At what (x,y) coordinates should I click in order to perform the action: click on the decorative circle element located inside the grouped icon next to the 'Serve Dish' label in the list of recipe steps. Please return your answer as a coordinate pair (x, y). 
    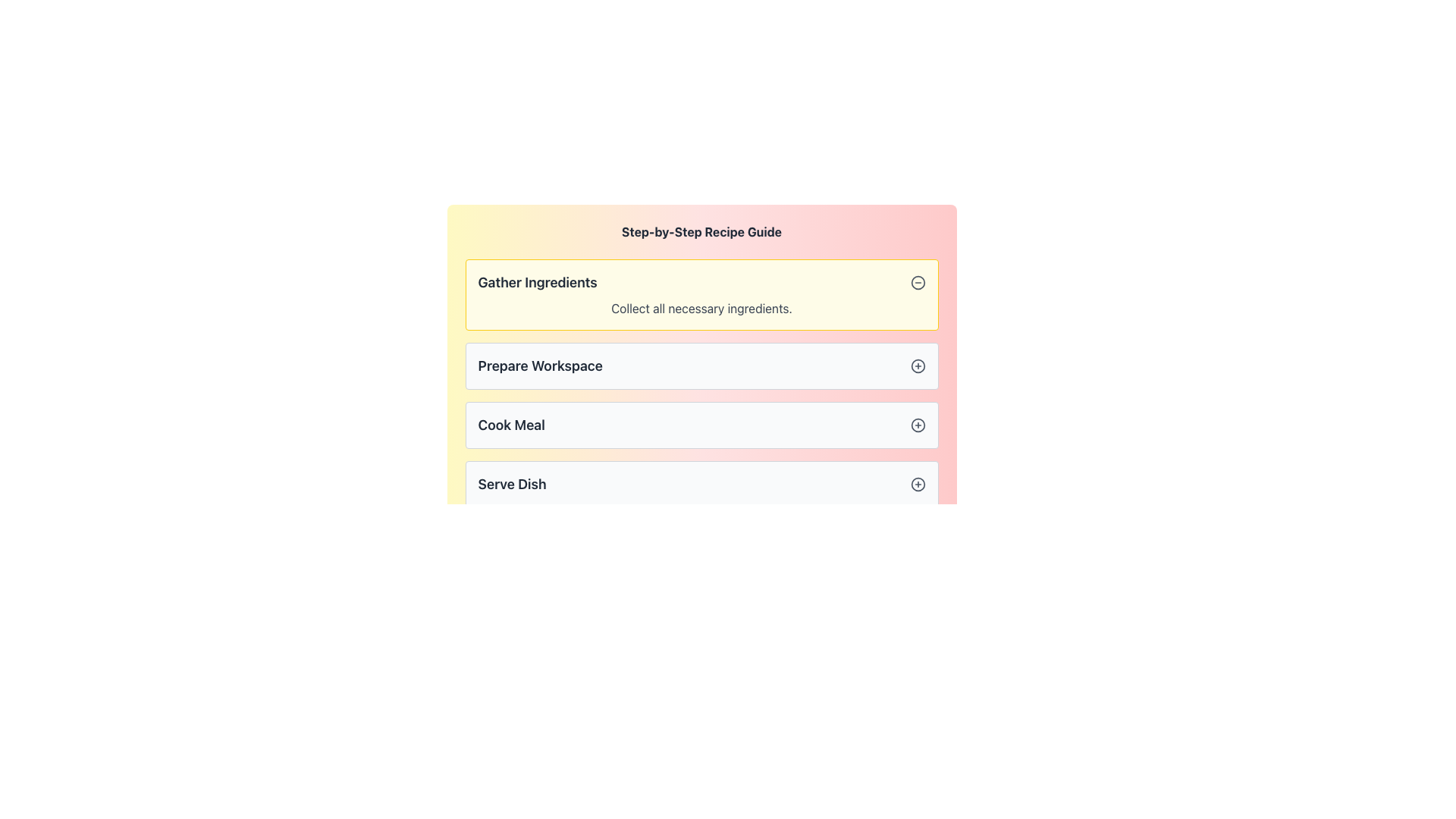
    Looking at the image, I should click on (917, 485).